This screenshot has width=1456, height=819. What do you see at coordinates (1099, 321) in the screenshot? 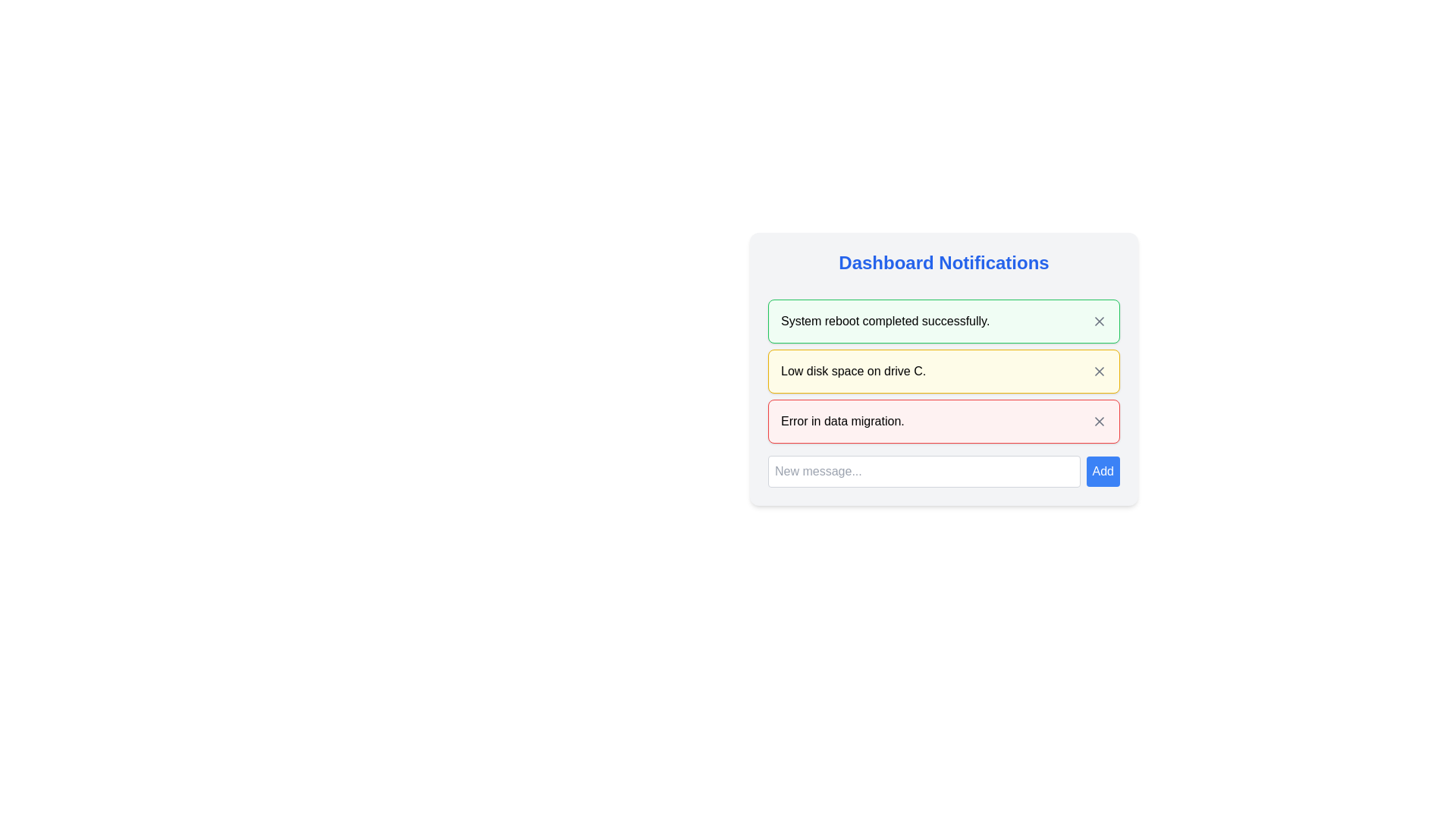
I see `the diagonal cross icon button in the top-right corner of the 'System reboot completed successfully.' notification card` at bounding box center [1099, 321].